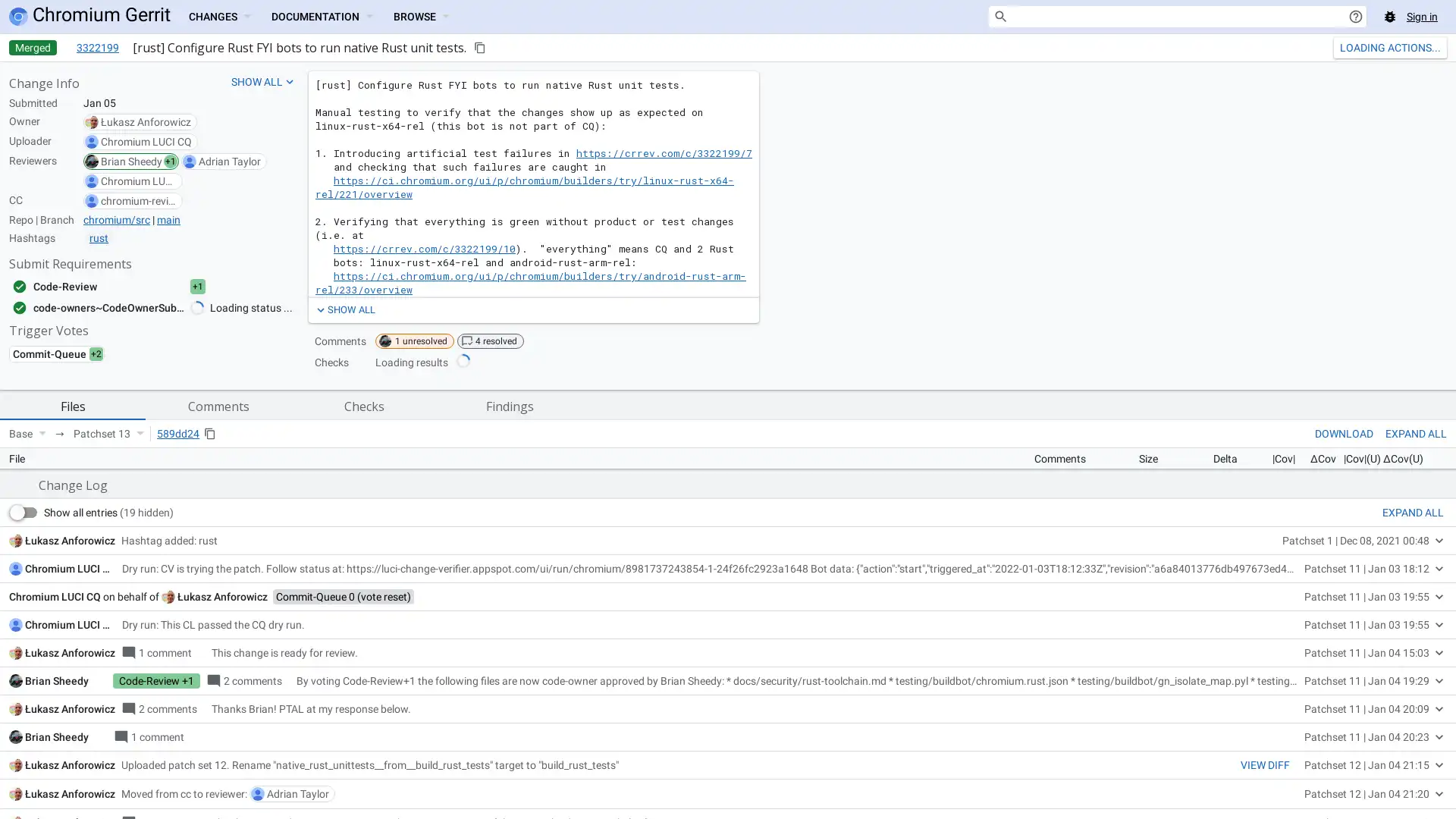 This screenshot has width=1456, height=819. I want to click on Chromium LUCI CQ, so click(138, 180).